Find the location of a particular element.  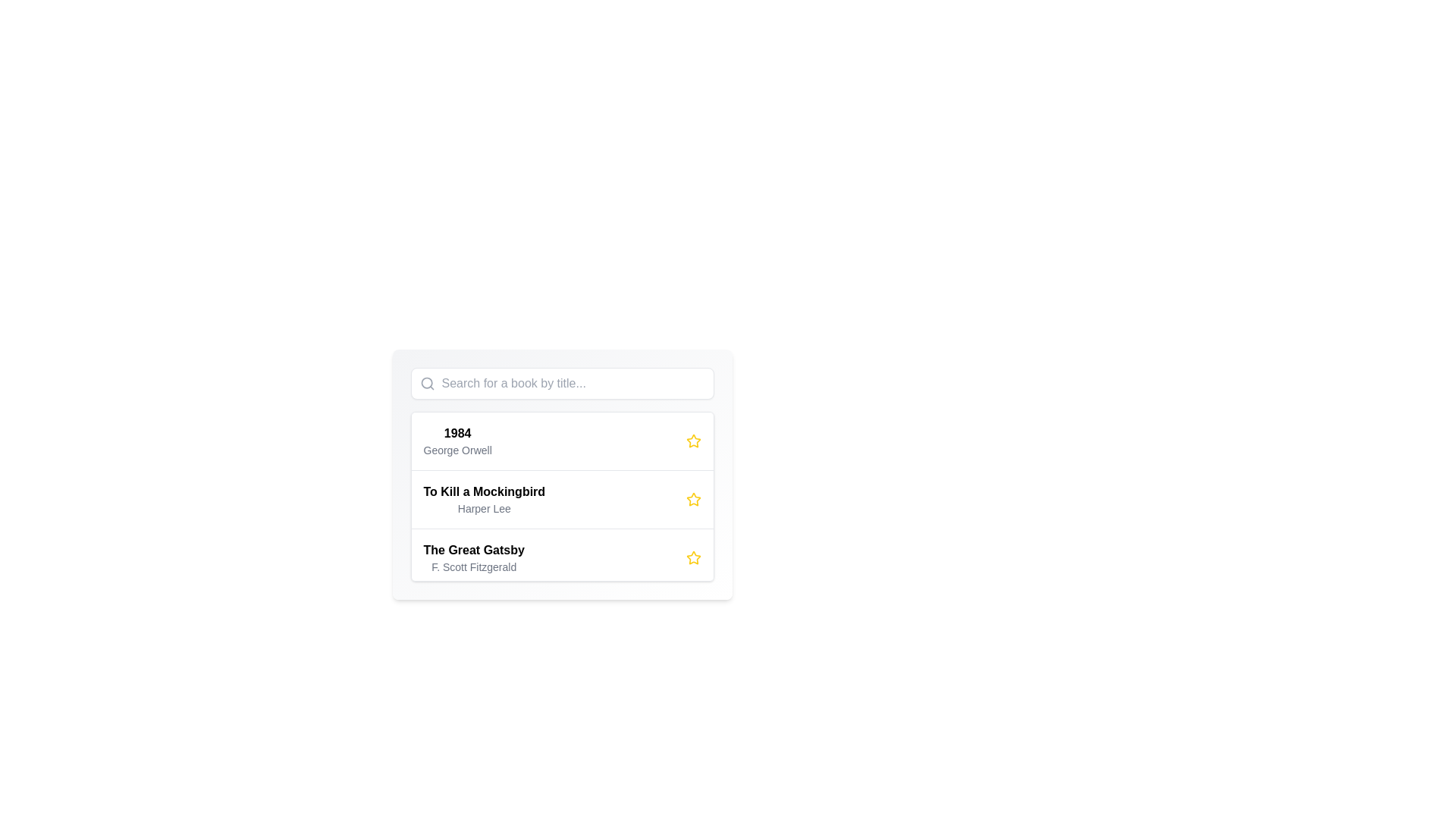

the list item displaying '1984' by 'George Orwell' is located at coordinates (561, 441).